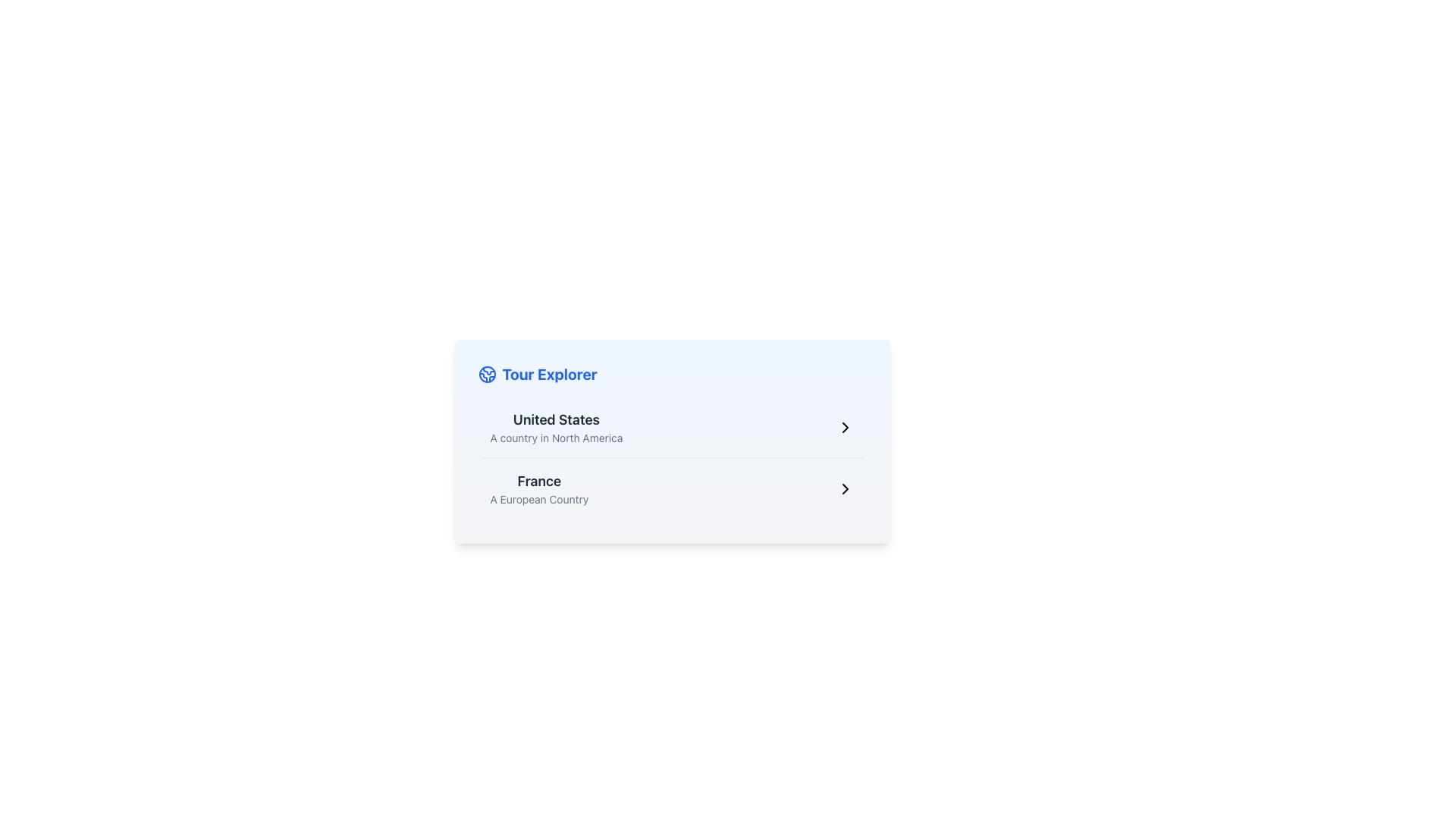  I want to click on the text label 'United States' in bold, dark gray, located in the middle of the 'Tour Explorer' card layout, so click(556, 420).